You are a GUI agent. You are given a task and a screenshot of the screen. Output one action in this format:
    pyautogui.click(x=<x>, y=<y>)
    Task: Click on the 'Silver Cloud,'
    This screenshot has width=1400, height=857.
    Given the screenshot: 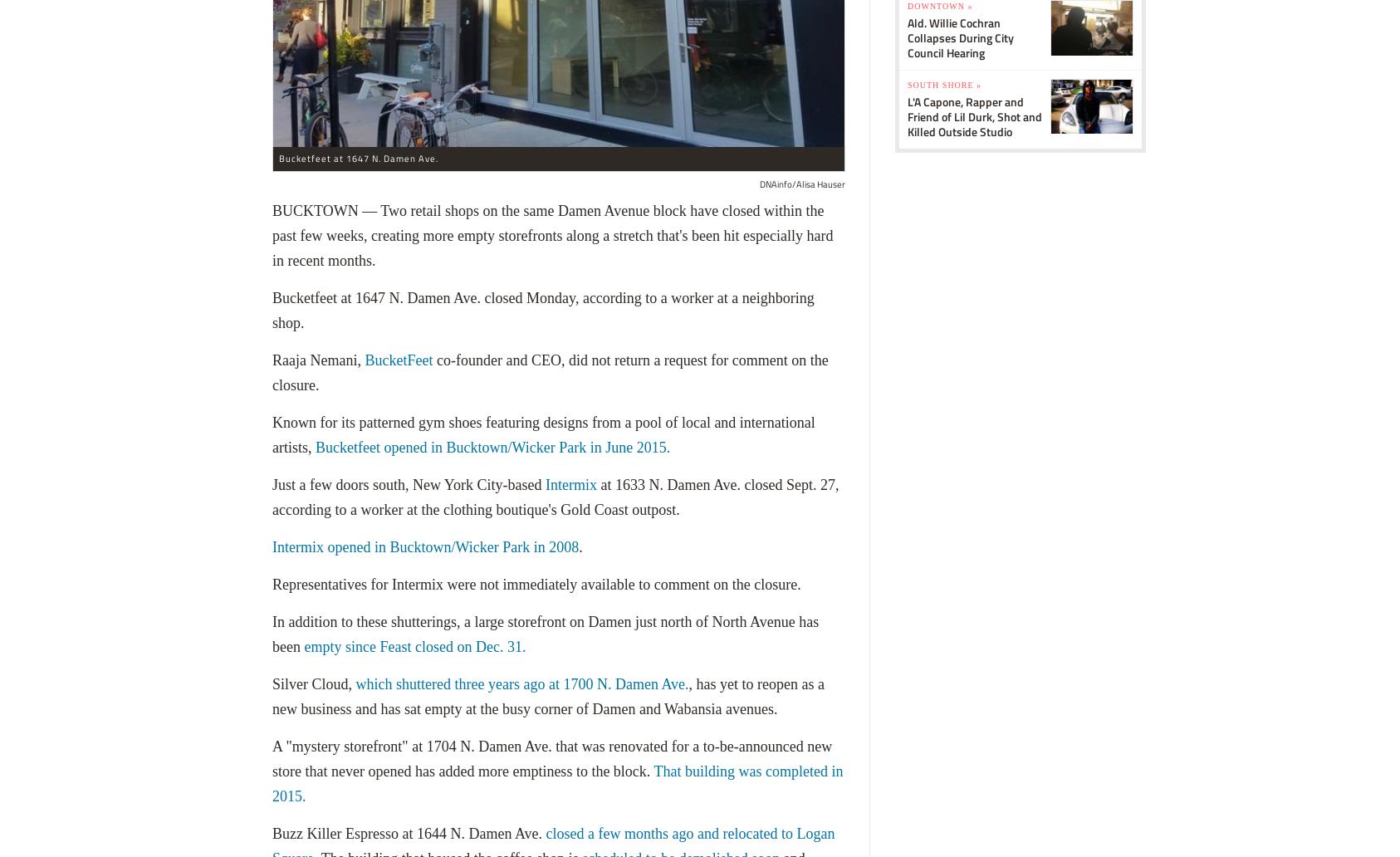 What is the action you would take?
    pyautogui.click(x=313, y=683)
    